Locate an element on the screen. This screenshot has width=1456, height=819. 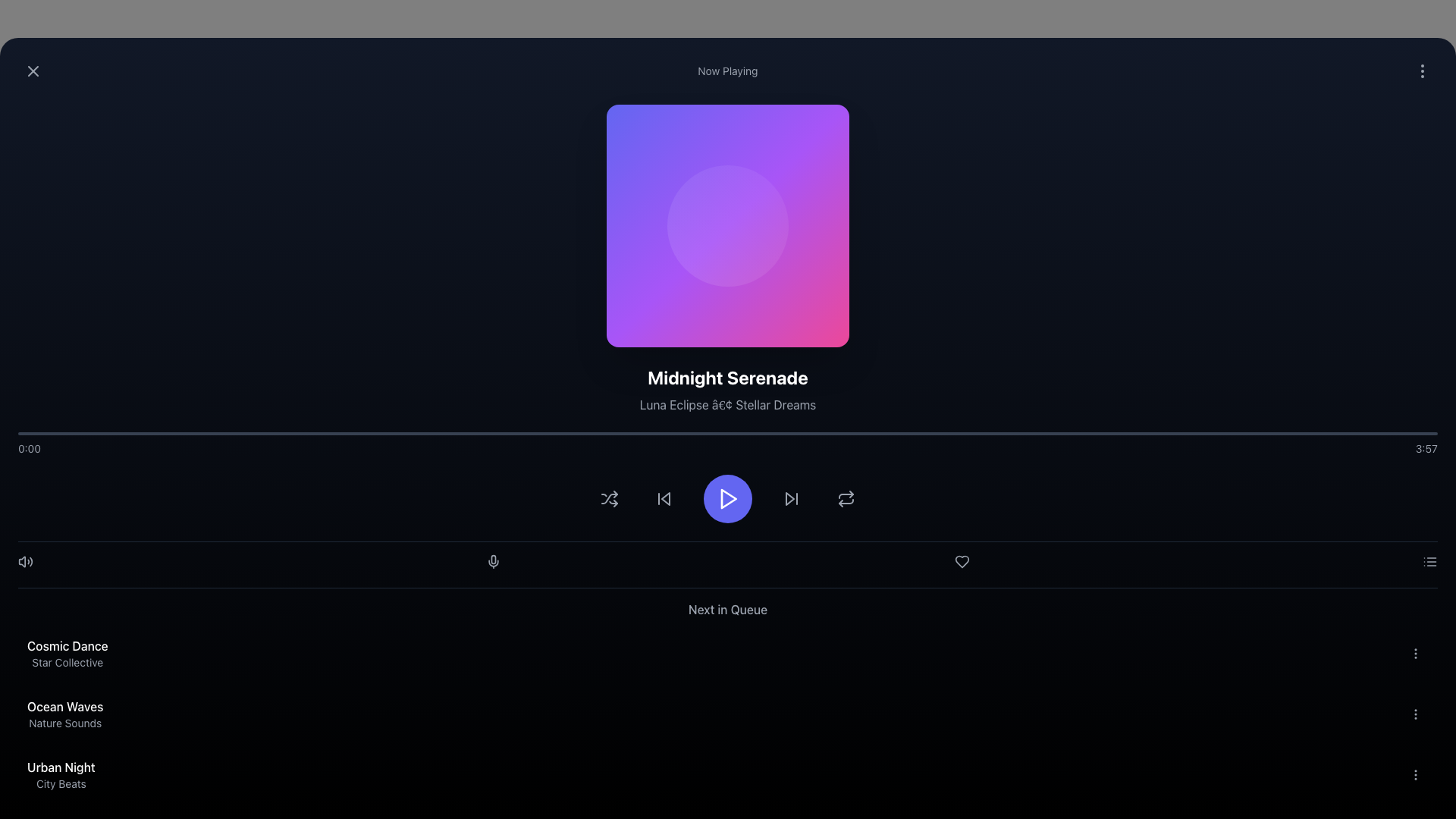
the playback progress is located at coordinates (1082, 433).